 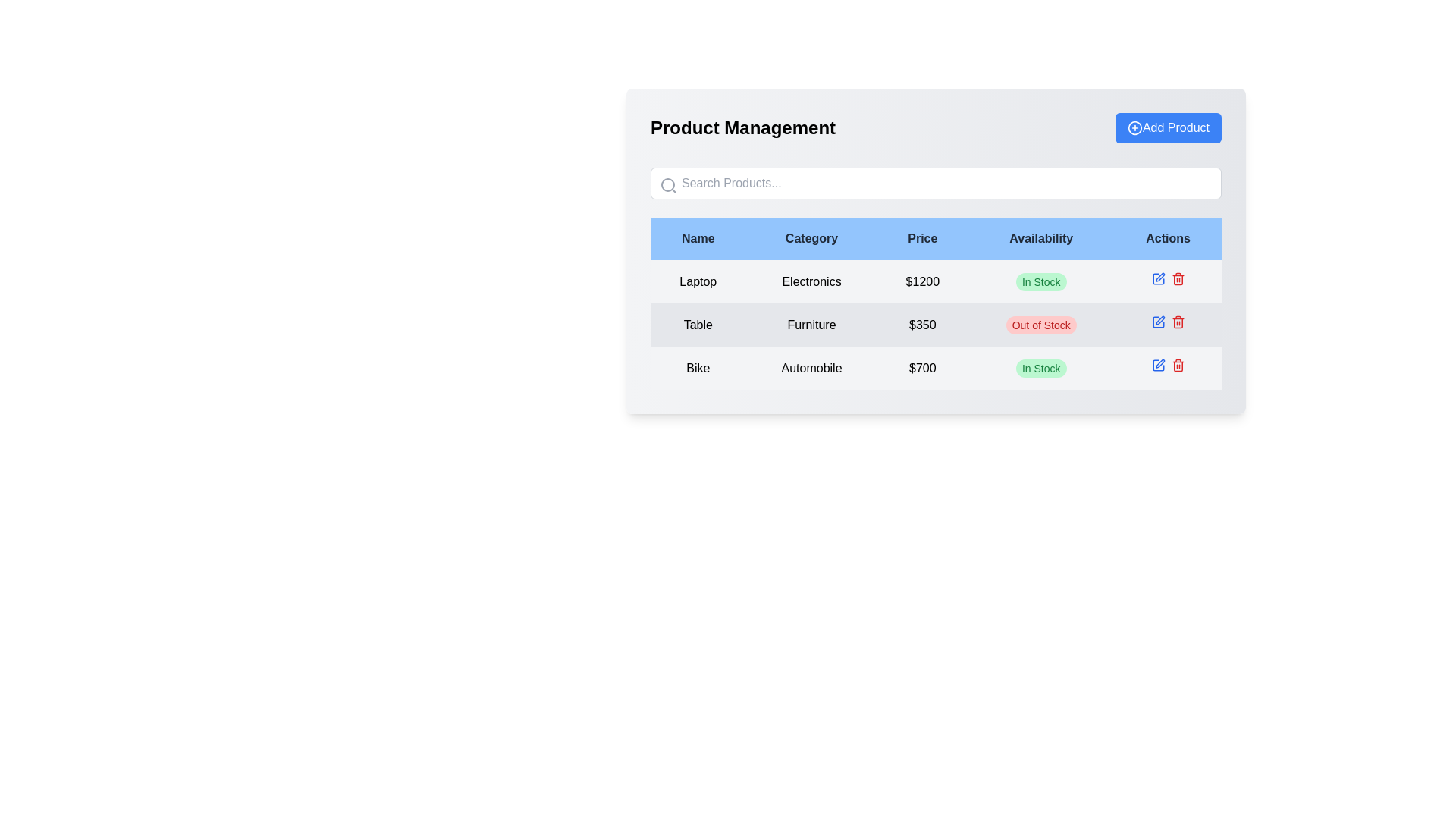 I want to click on the delete icon button located in the 'Actions' column of the last row of the table, adjacent to the 'Bike' product entry, so click(x=1177, y=278).